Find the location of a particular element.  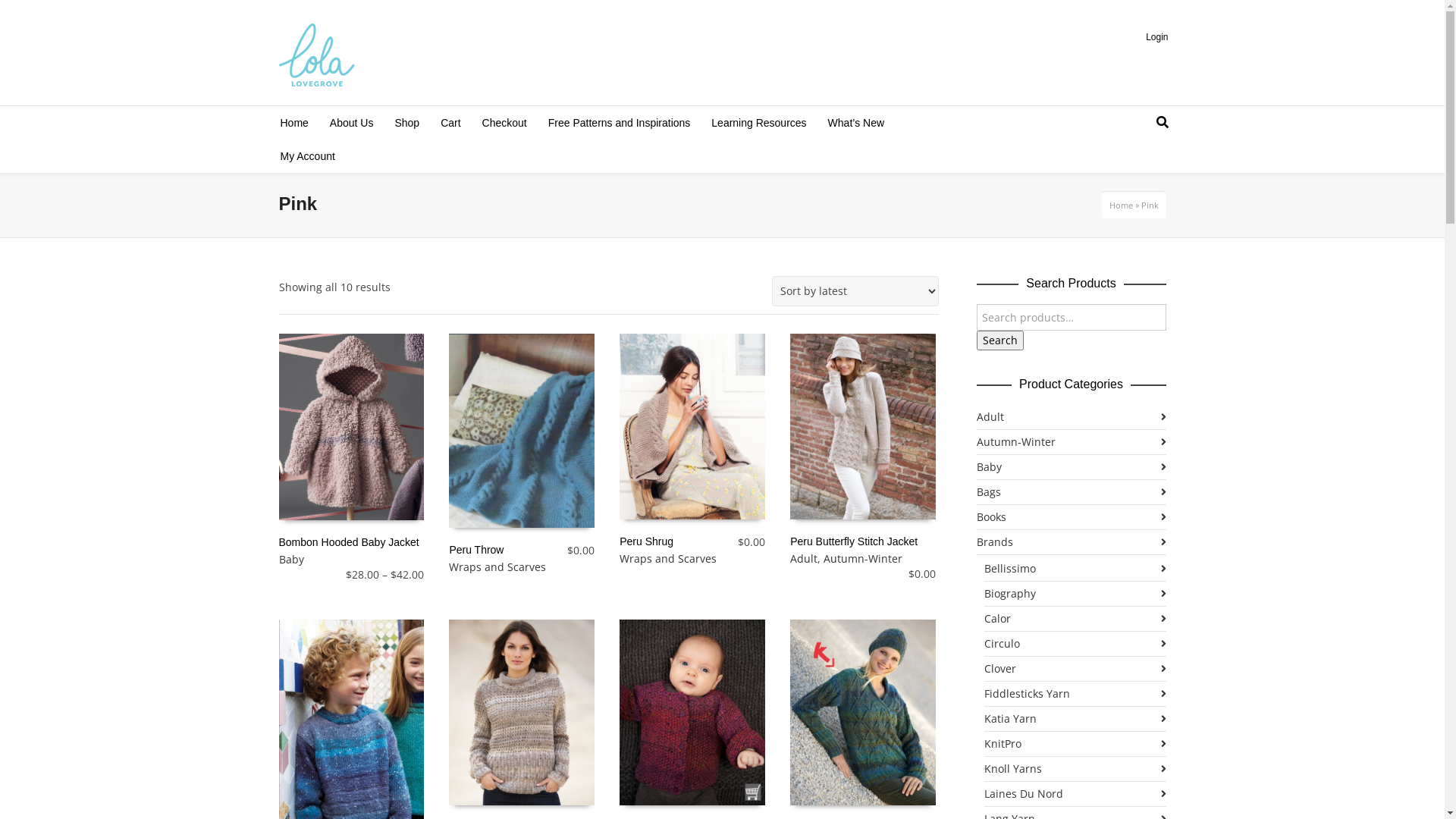

'Free Patterns and Inspirations' is located at coordinates (538, 122).